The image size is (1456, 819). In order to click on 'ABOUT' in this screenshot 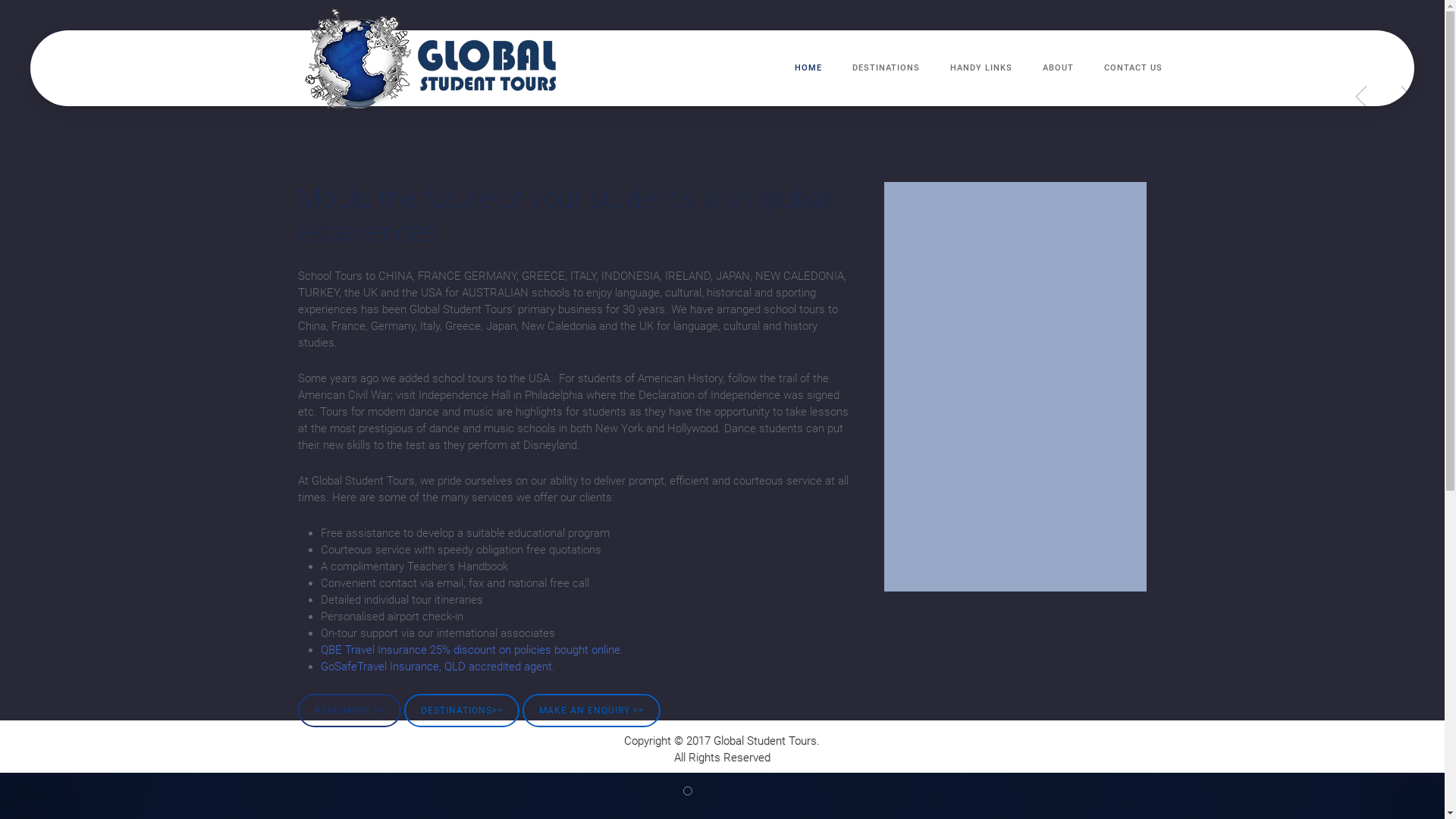, I will do `click(1056, 67)`.